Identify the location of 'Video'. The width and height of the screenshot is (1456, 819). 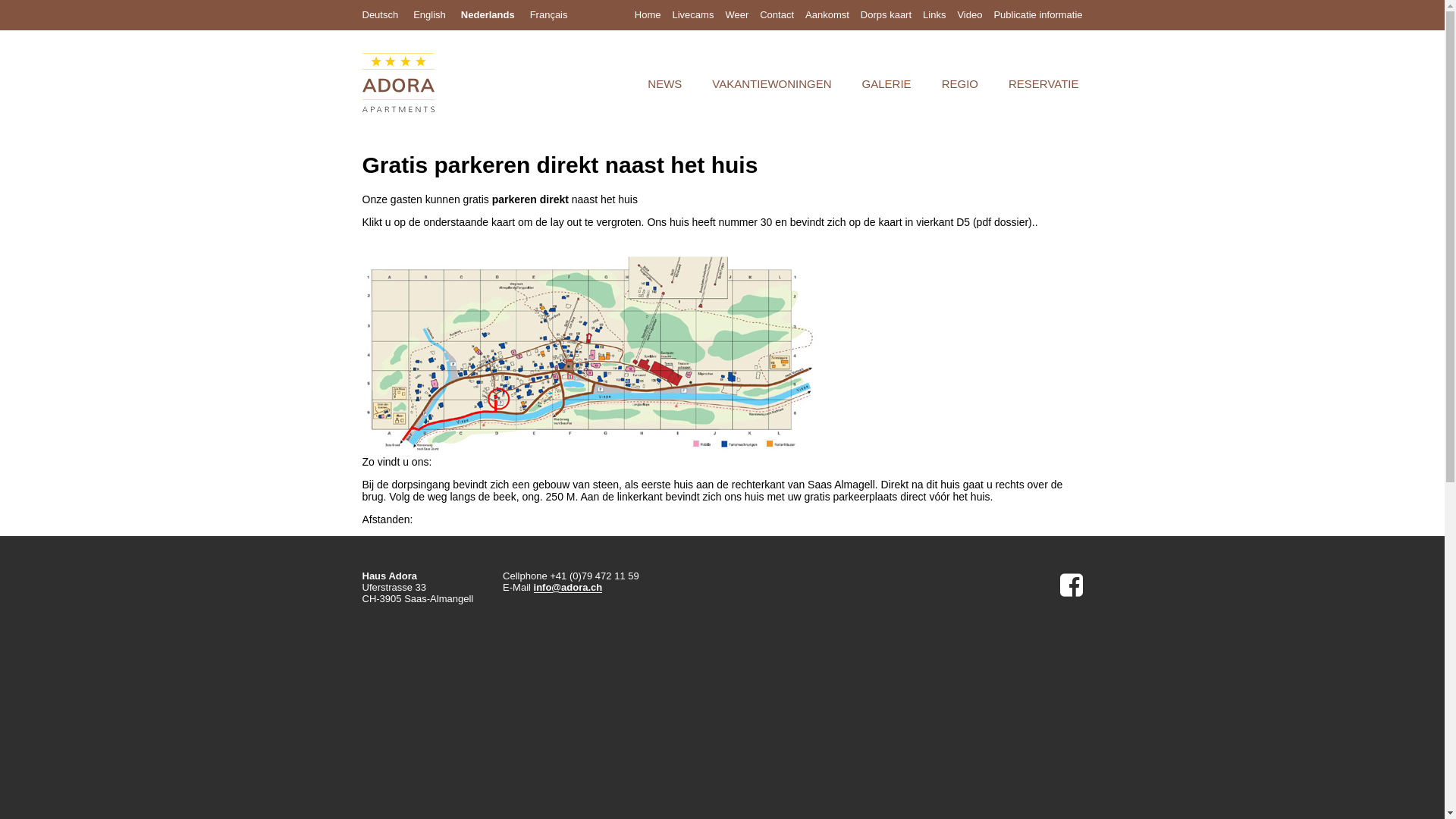
(968, 14).